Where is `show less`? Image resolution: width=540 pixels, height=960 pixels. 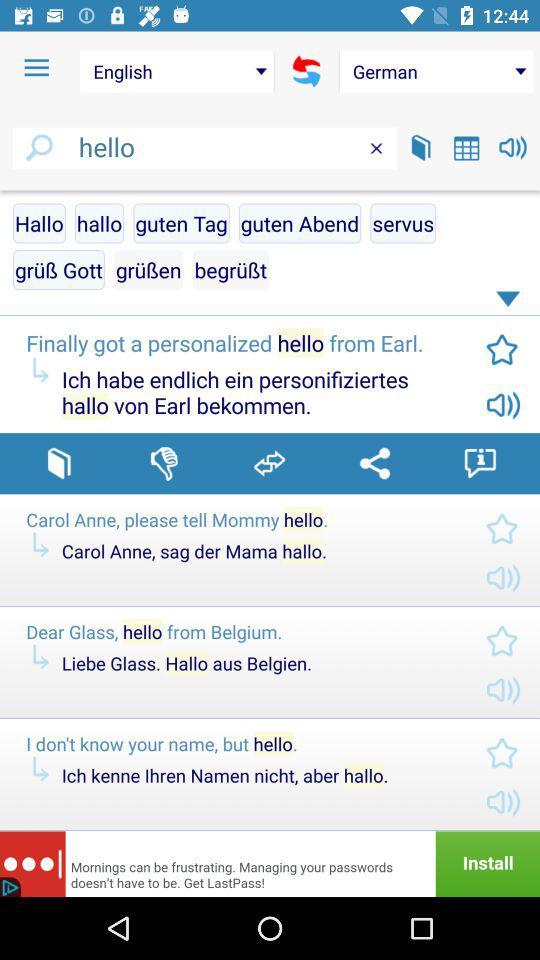
show less is located at coordinates (511, 303).